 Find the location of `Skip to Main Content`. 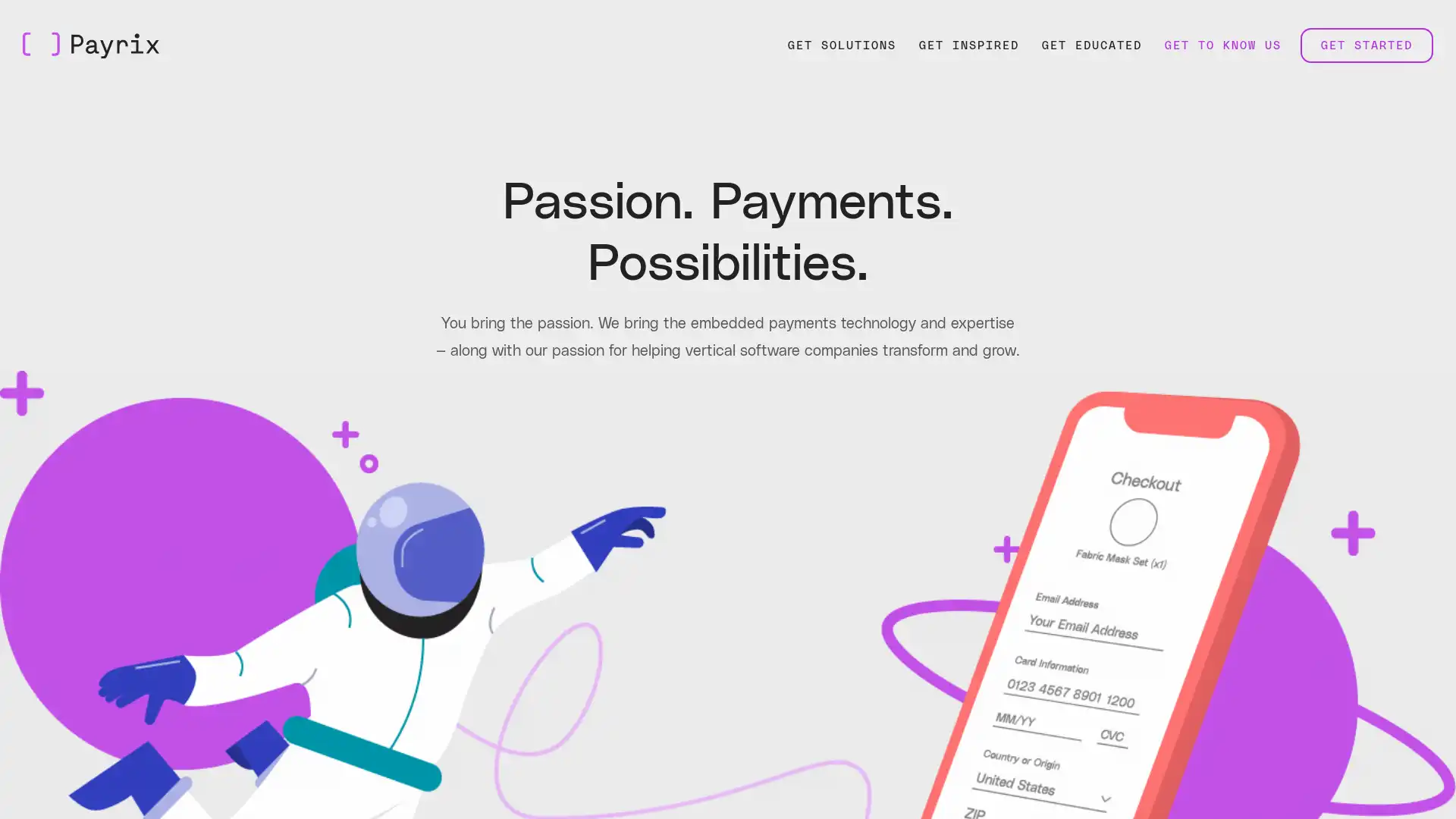

Skip to Main Content is located at coordinates (15, 15).